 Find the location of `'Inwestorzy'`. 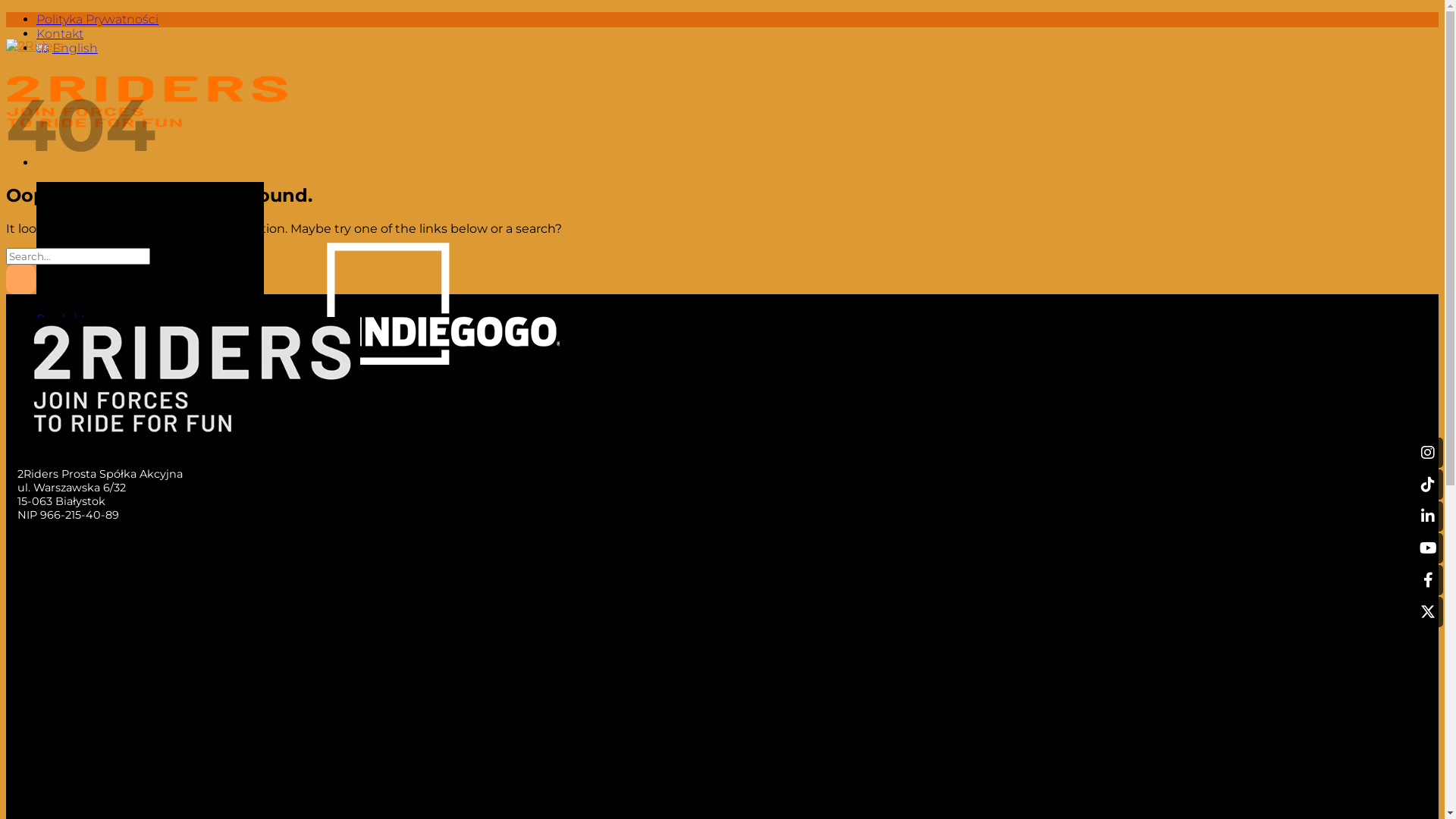

'Inwestorzy' is located at coordinates (68, 347).